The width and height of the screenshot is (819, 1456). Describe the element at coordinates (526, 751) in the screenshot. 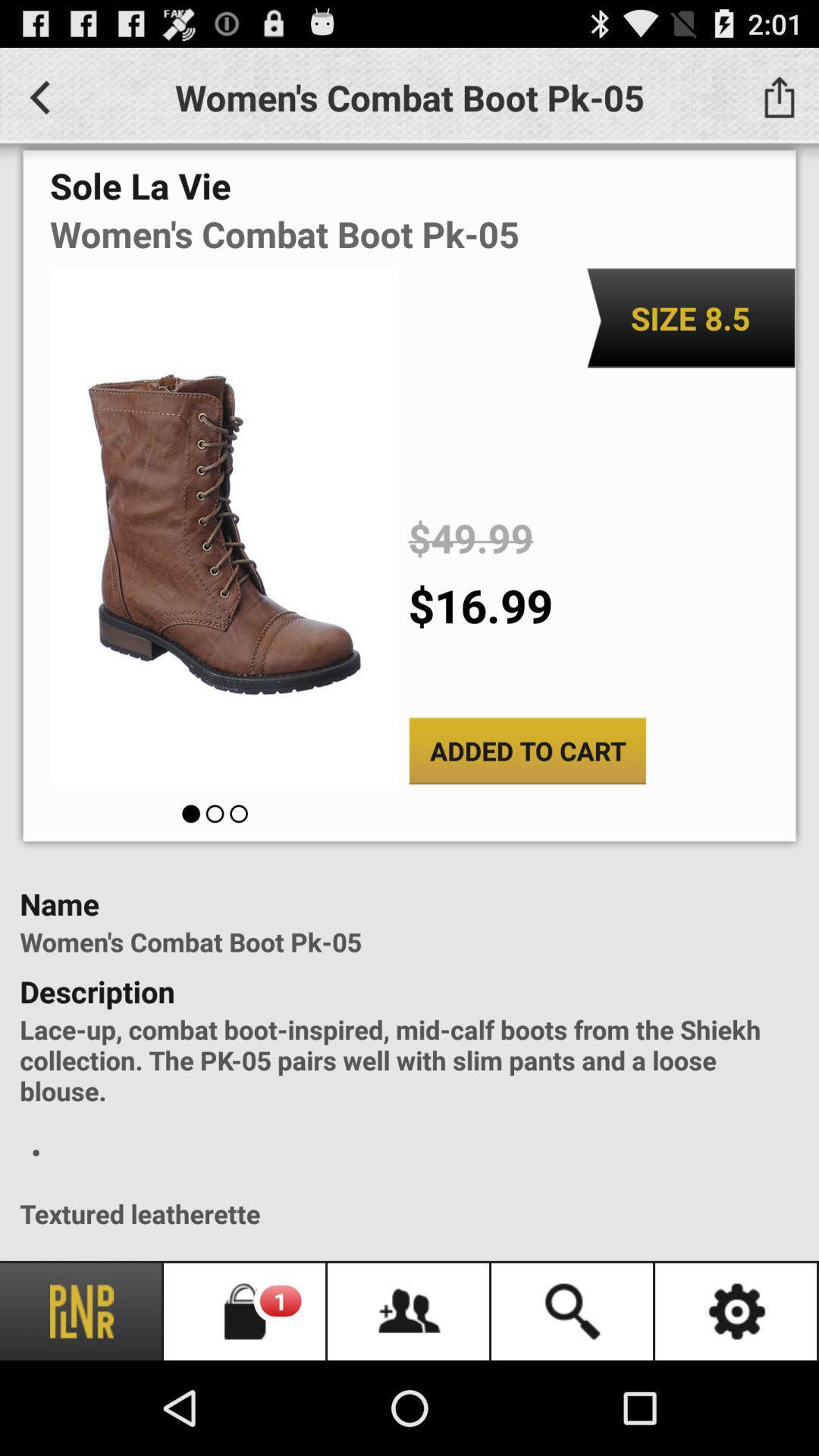

I see `icon below the $16.99 item` at that location.